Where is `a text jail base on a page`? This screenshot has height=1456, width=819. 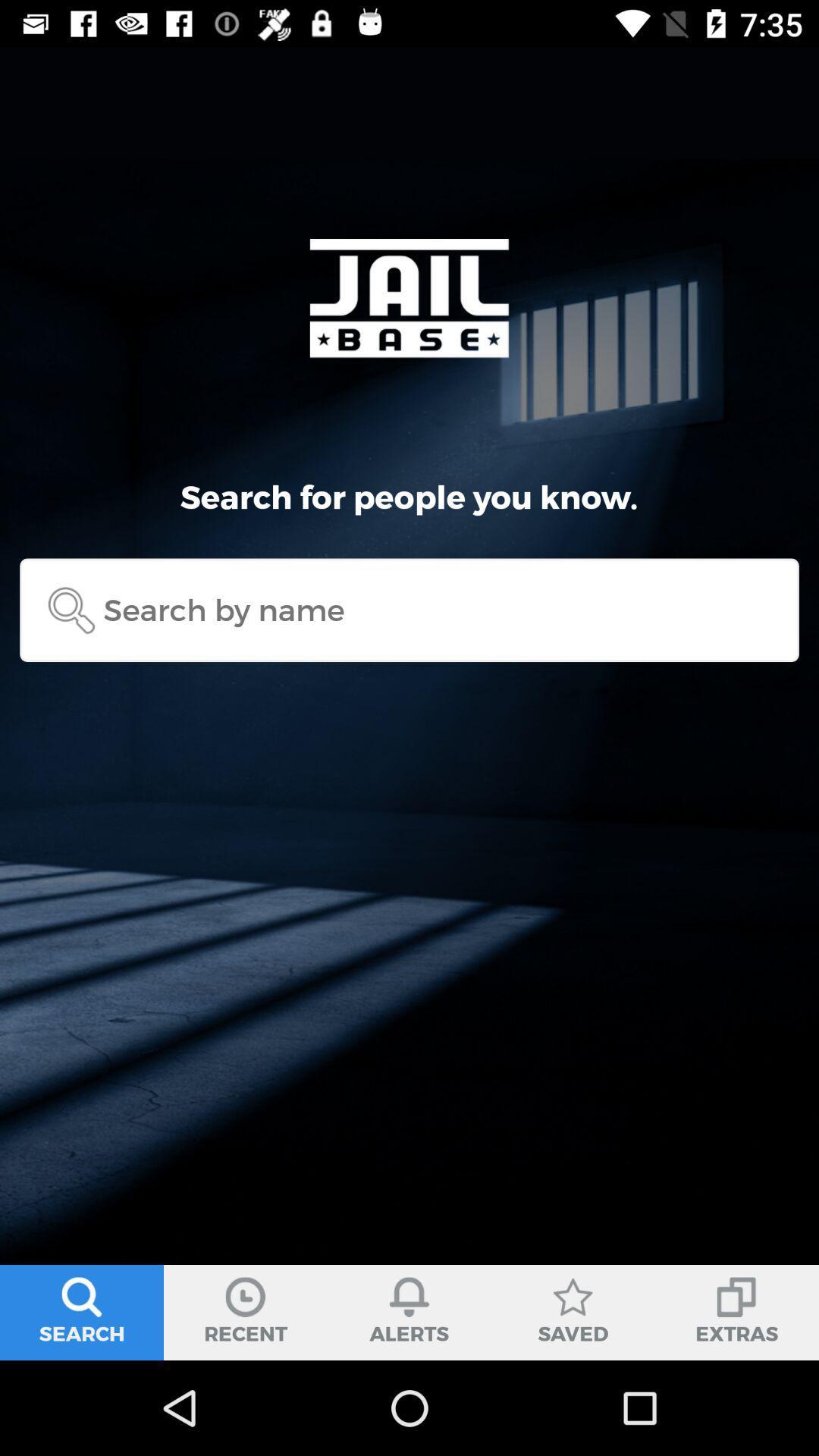 a text jail base on a page is located at coordinates (409, 298).